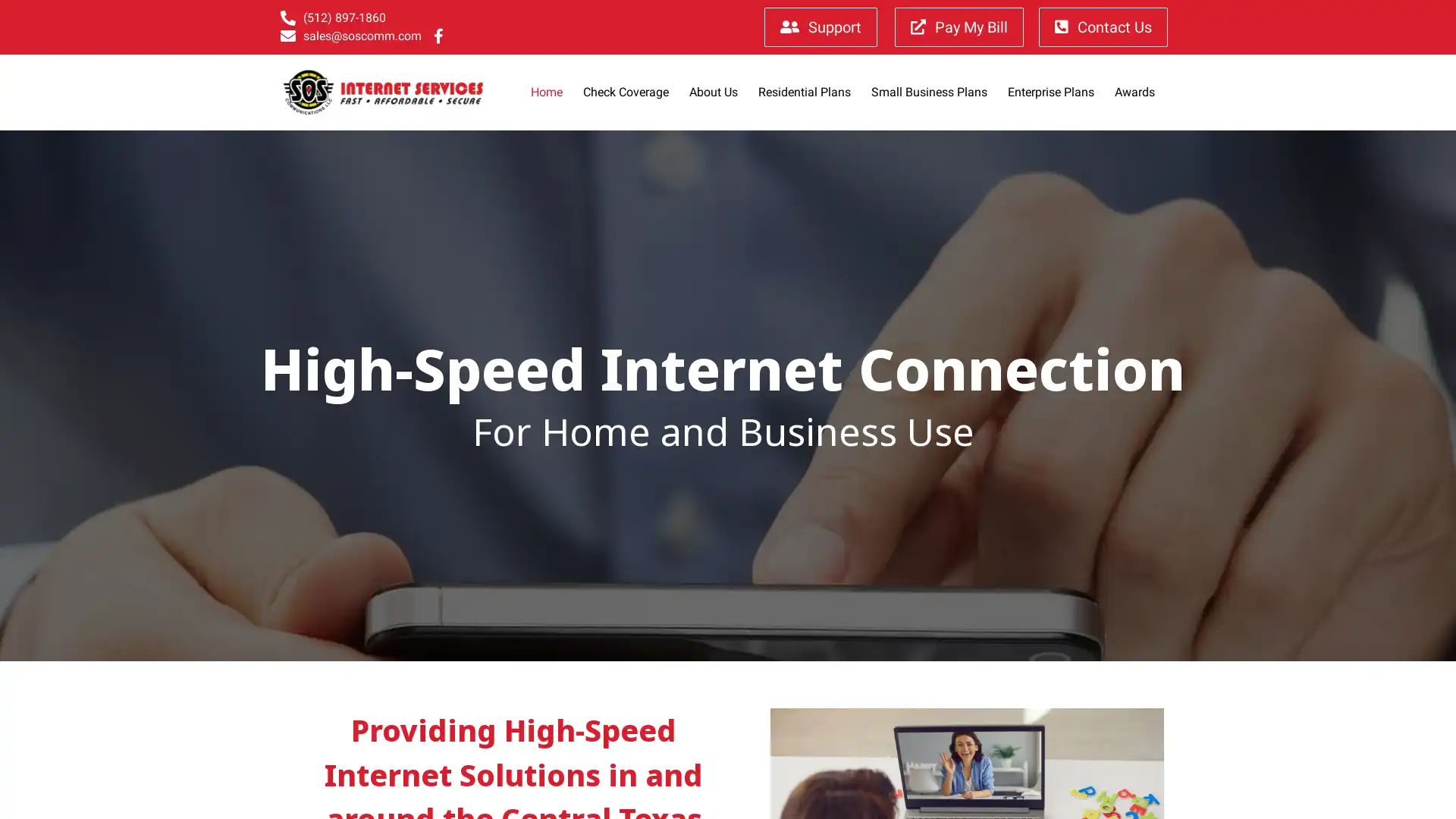 The image size is (1456, 819). Describe the element at coordinates (959, 27) in the screenshot. I see `Pay My Bill` at that location.